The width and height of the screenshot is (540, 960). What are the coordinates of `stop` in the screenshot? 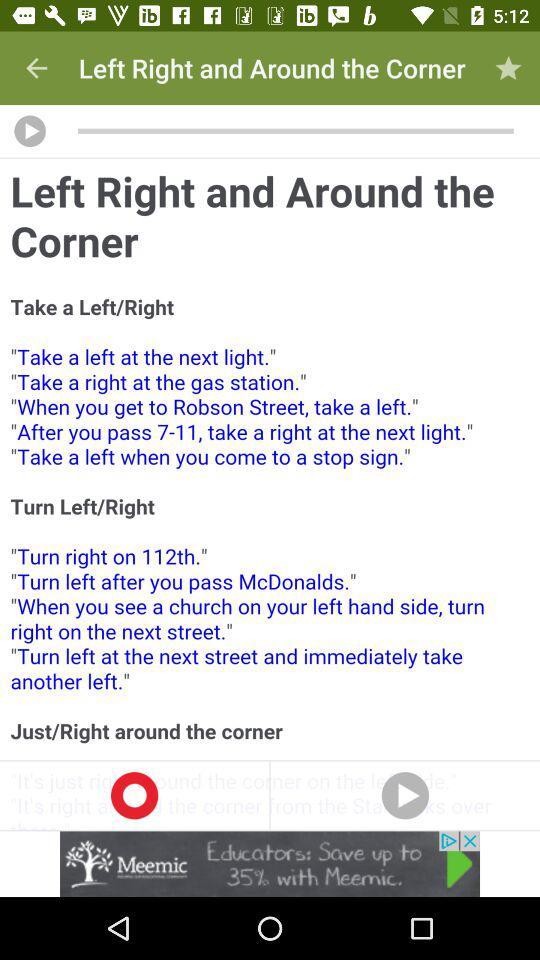 It's located at (134, 795).